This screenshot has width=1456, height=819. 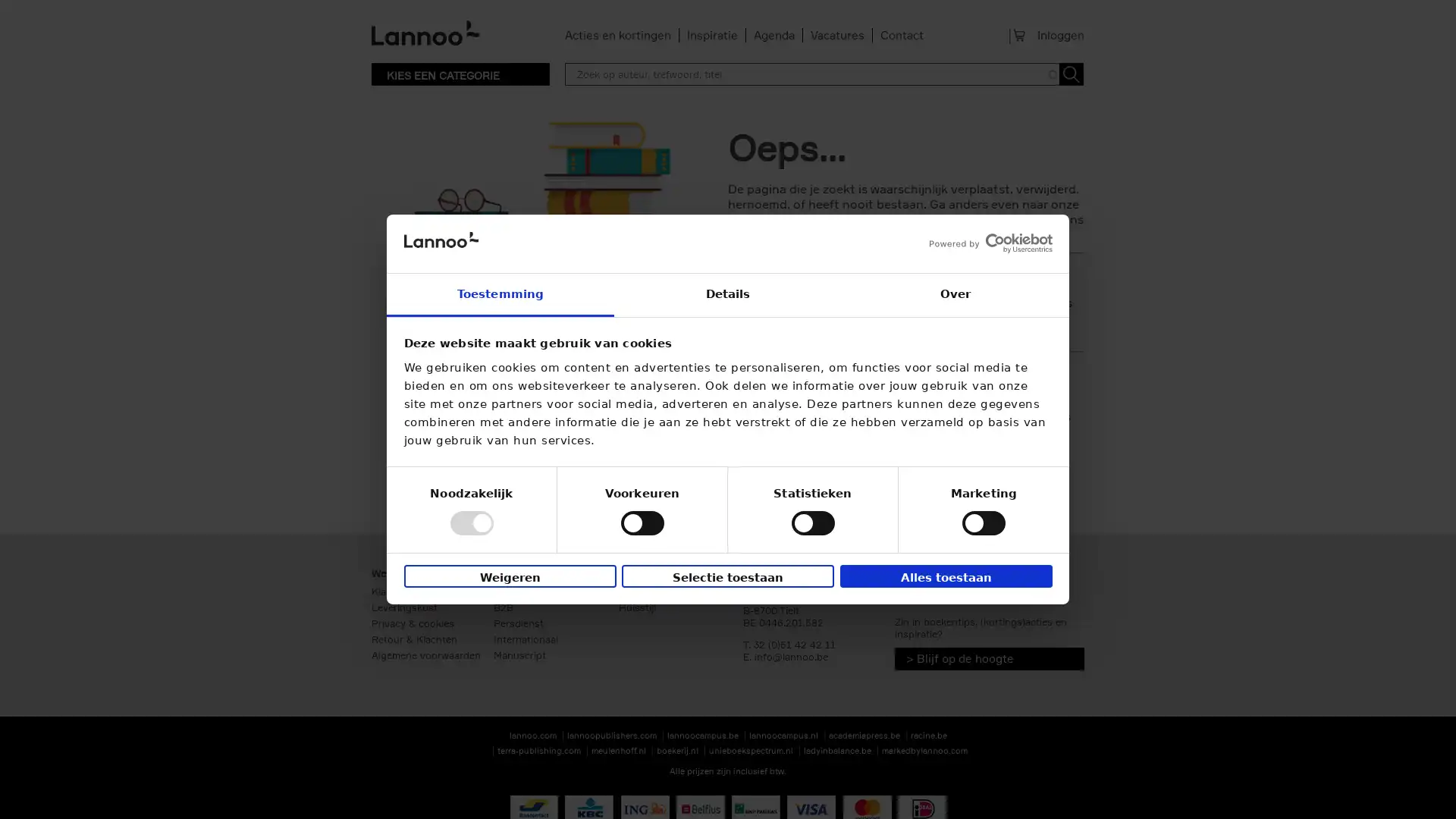 What do you see at coordinates (1066, 75) in the screenshot?
I see `Toepassen` at bounding box center [1066, 75].